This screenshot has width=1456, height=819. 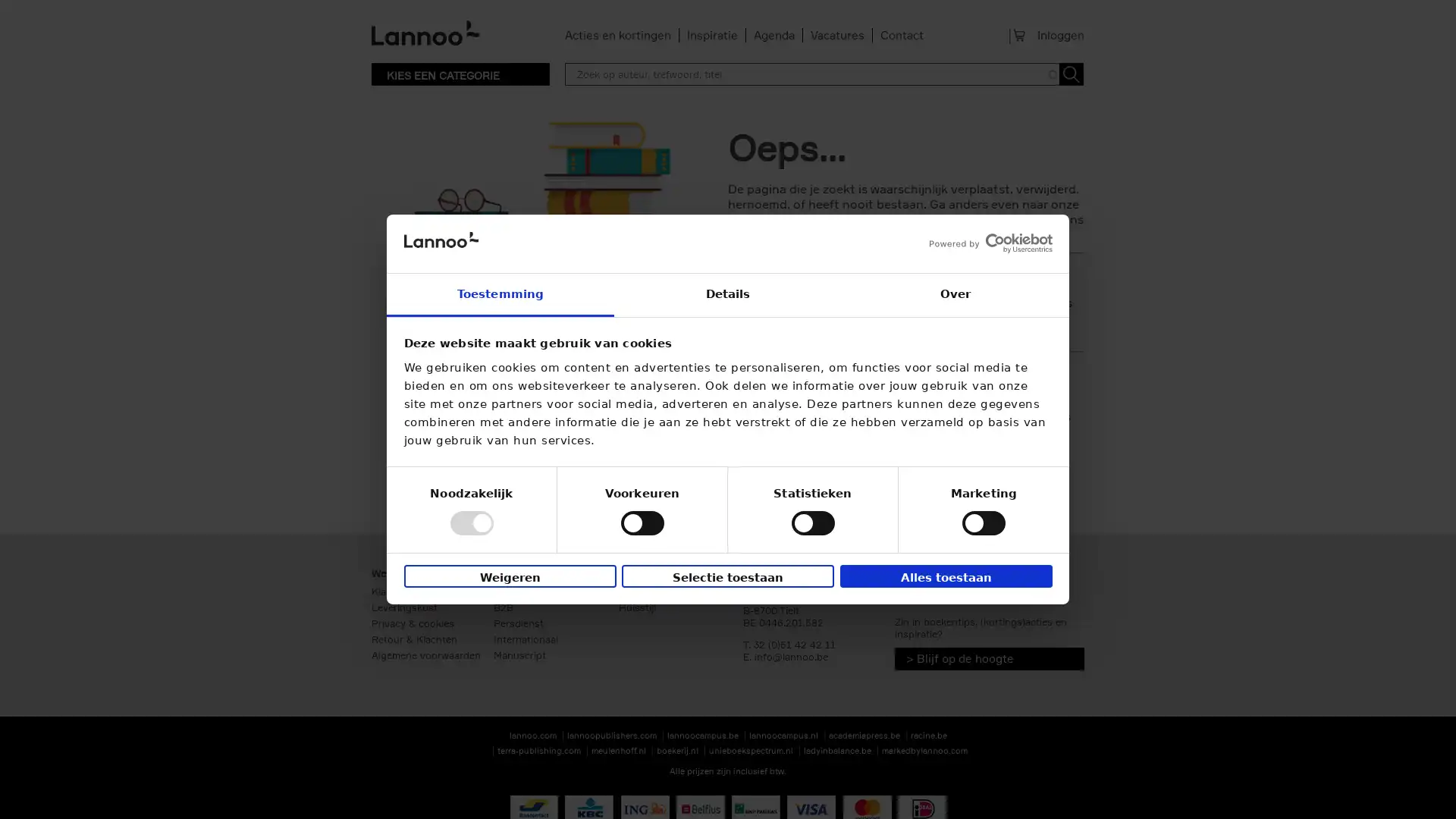 What do you see at coordinates (1066, 75) in the screenshot?
I see `Toepassen` at bounding box center [1066, 75].